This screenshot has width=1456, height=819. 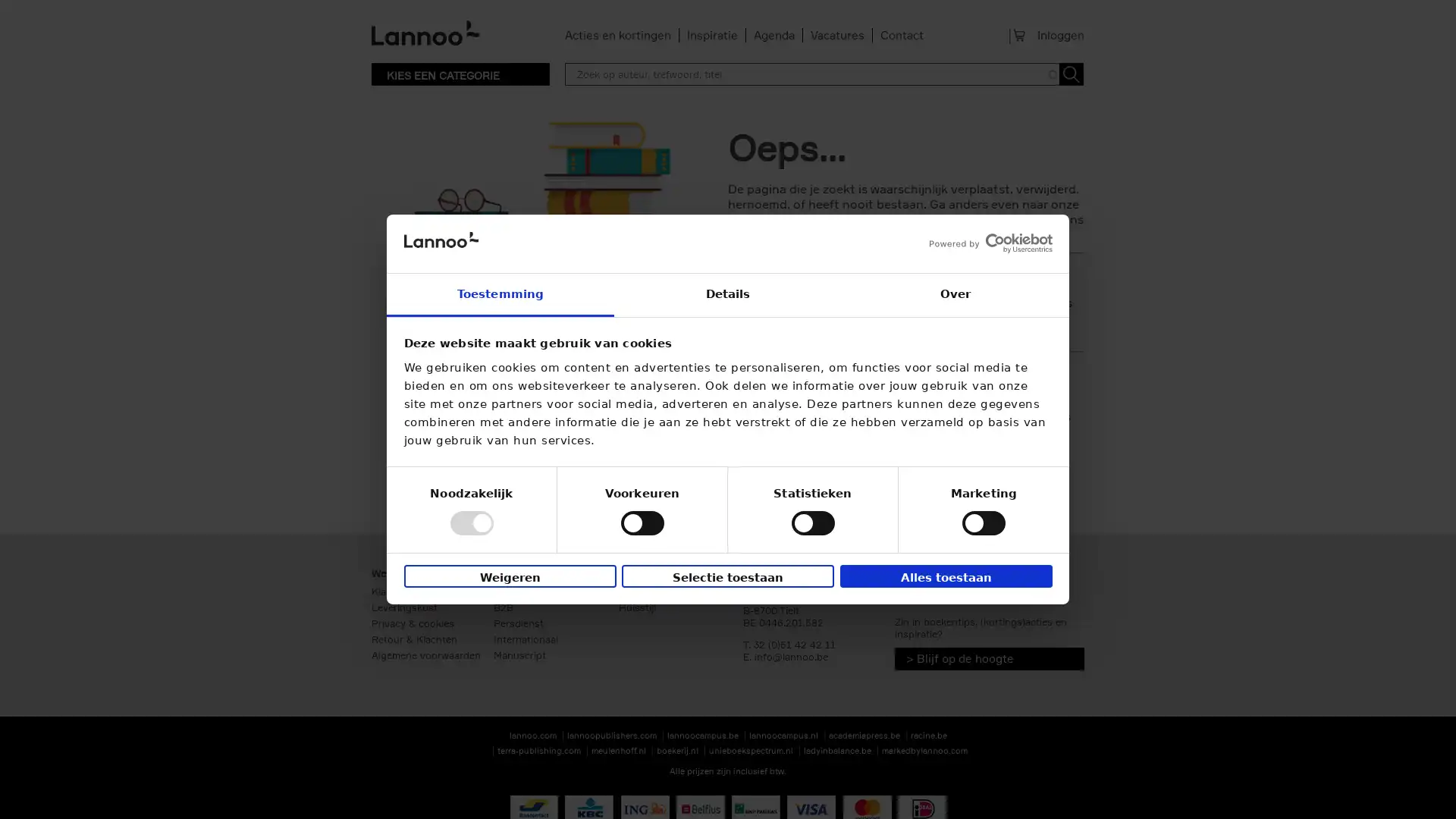 What do you see at coordinates (1066, 75) in the screenshot?
I see `Toepassen` at bounding box center [1066, 75].